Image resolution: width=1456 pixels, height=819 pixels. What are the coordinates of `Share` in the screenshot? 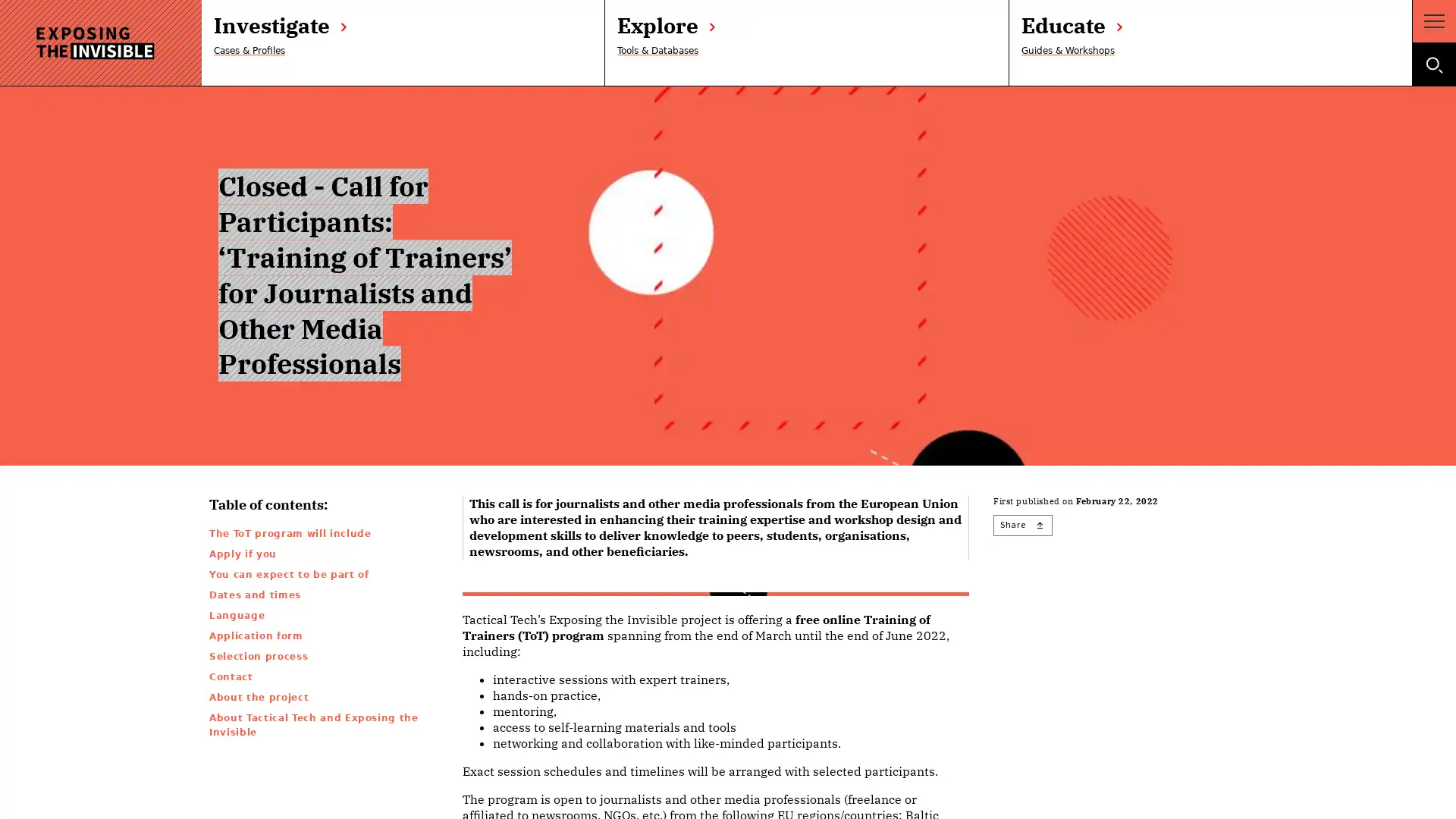 It's located at (1022, 525).